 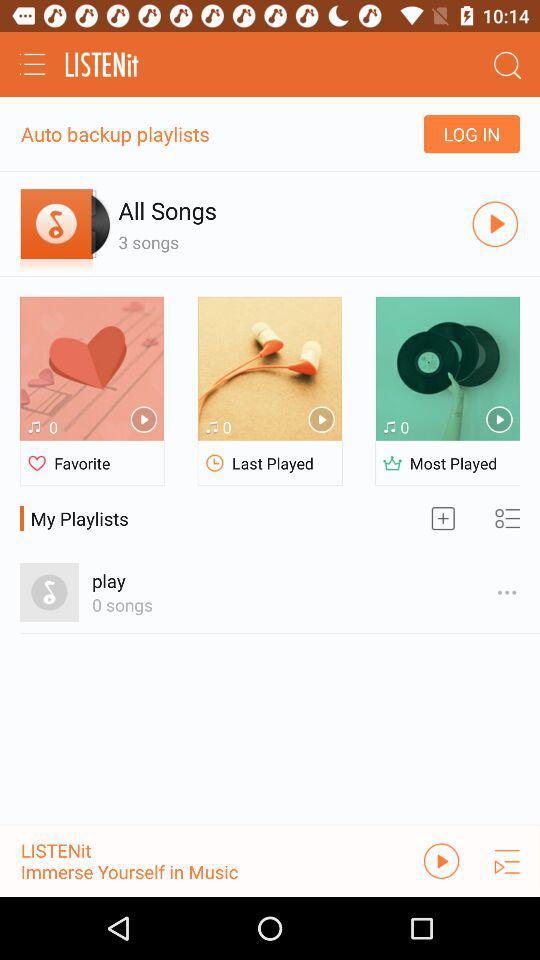 I want to click on the pause icon in the bottom right, so click(x=441, y=860).